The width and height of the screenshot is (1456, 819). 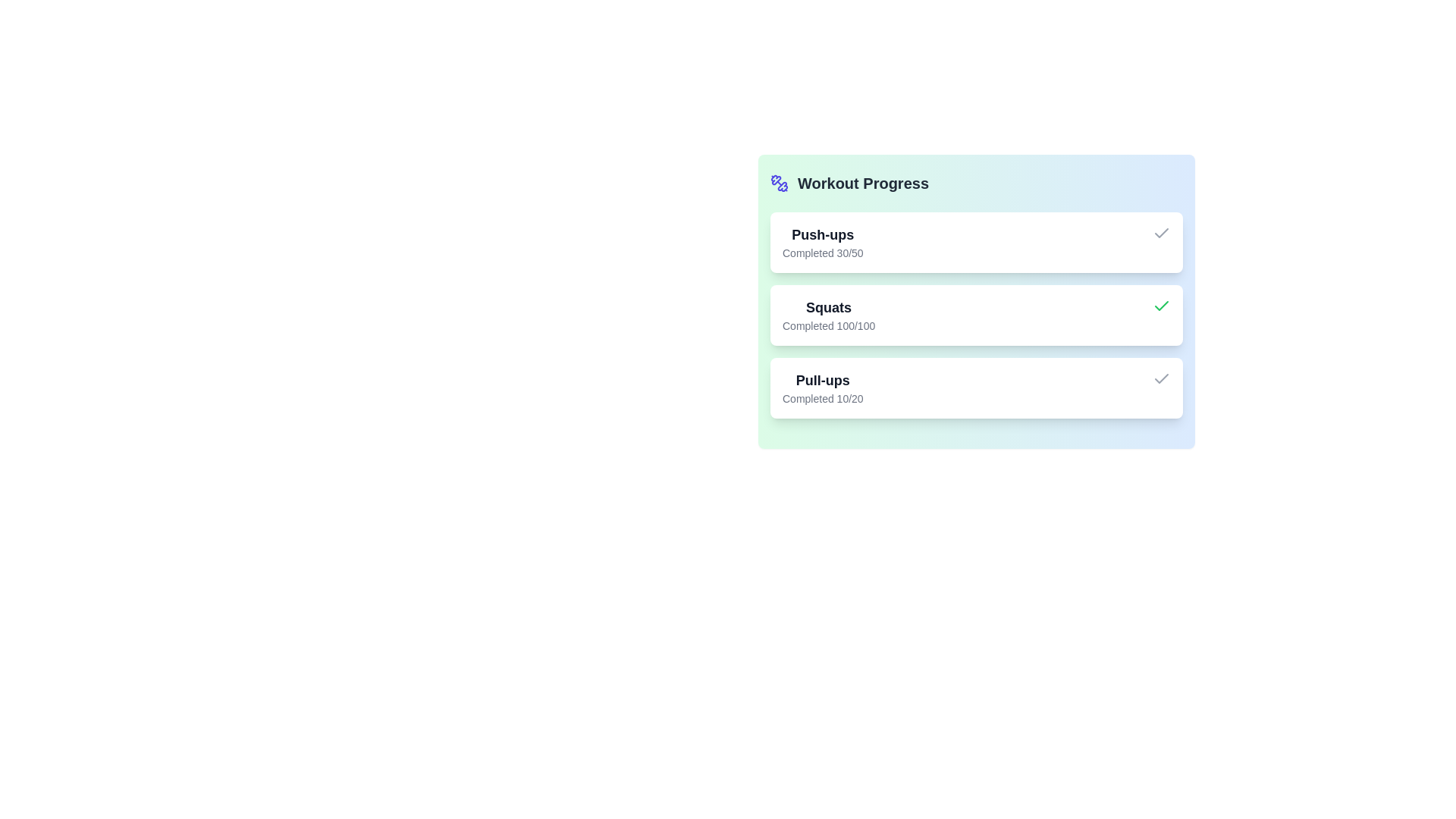 What do you see at coordinates (779, 183) in the screenshot?
I see `the decorative icon located to the left of the 'Workout Progress' title, which complements the fitness theme` at bounding box center [779, 183].